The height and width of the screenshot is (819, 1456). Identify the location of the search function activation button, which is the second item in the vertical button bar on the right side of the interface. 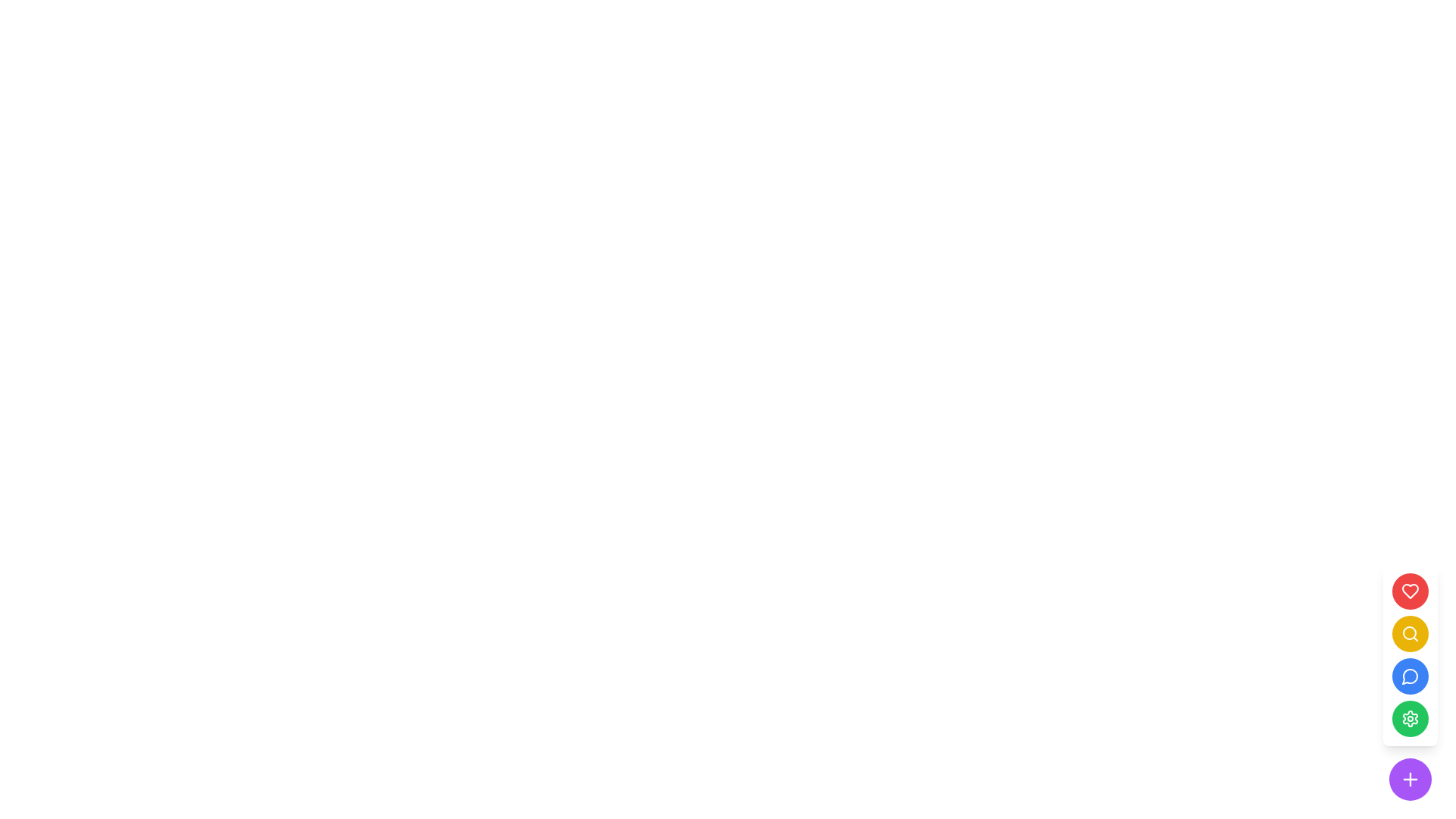
(1410, 634).